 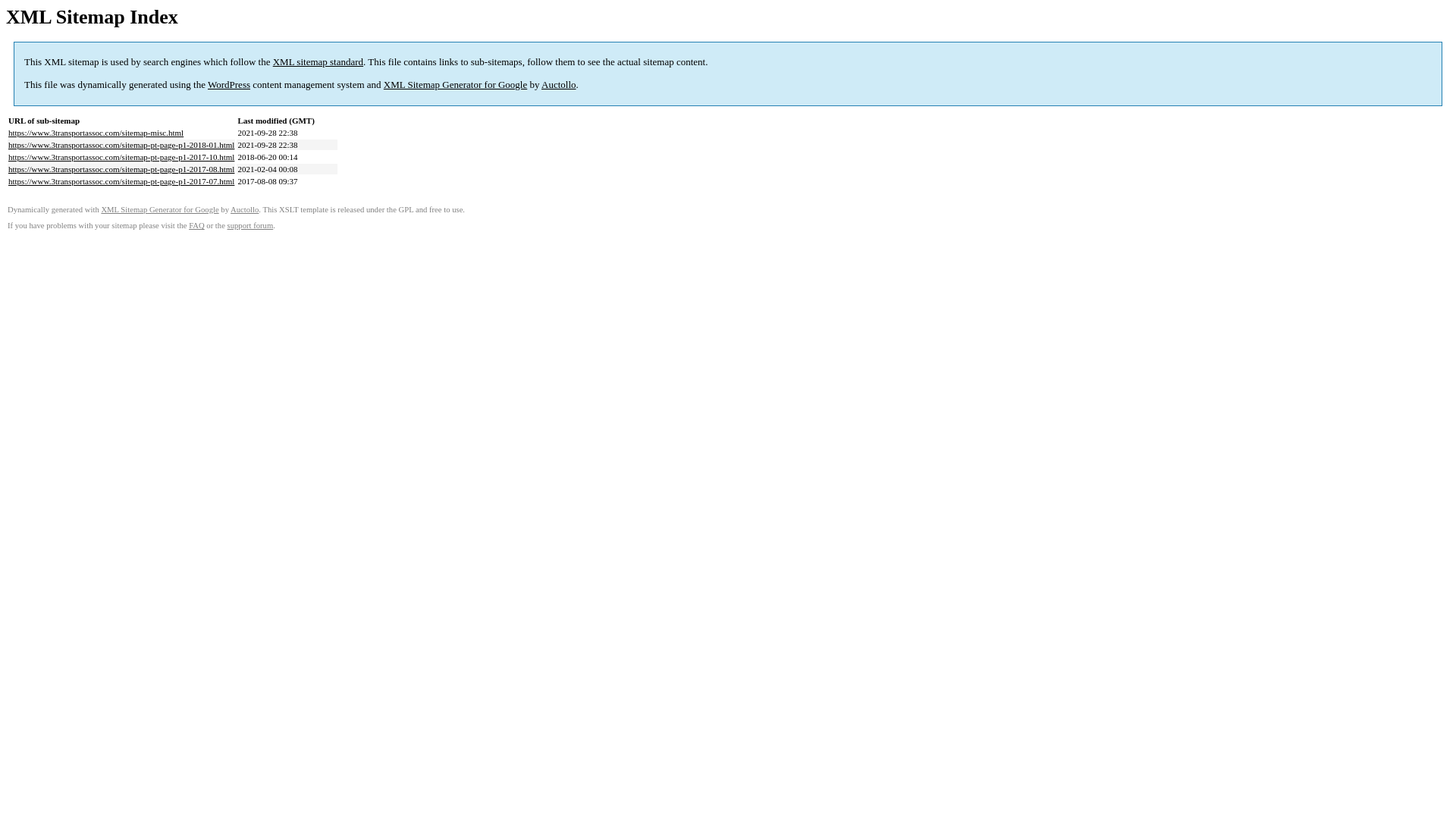 What do you see at coordinates (228, 84) in the screenshot?
I see `'WordPress'` at bounding box center [228, 84].